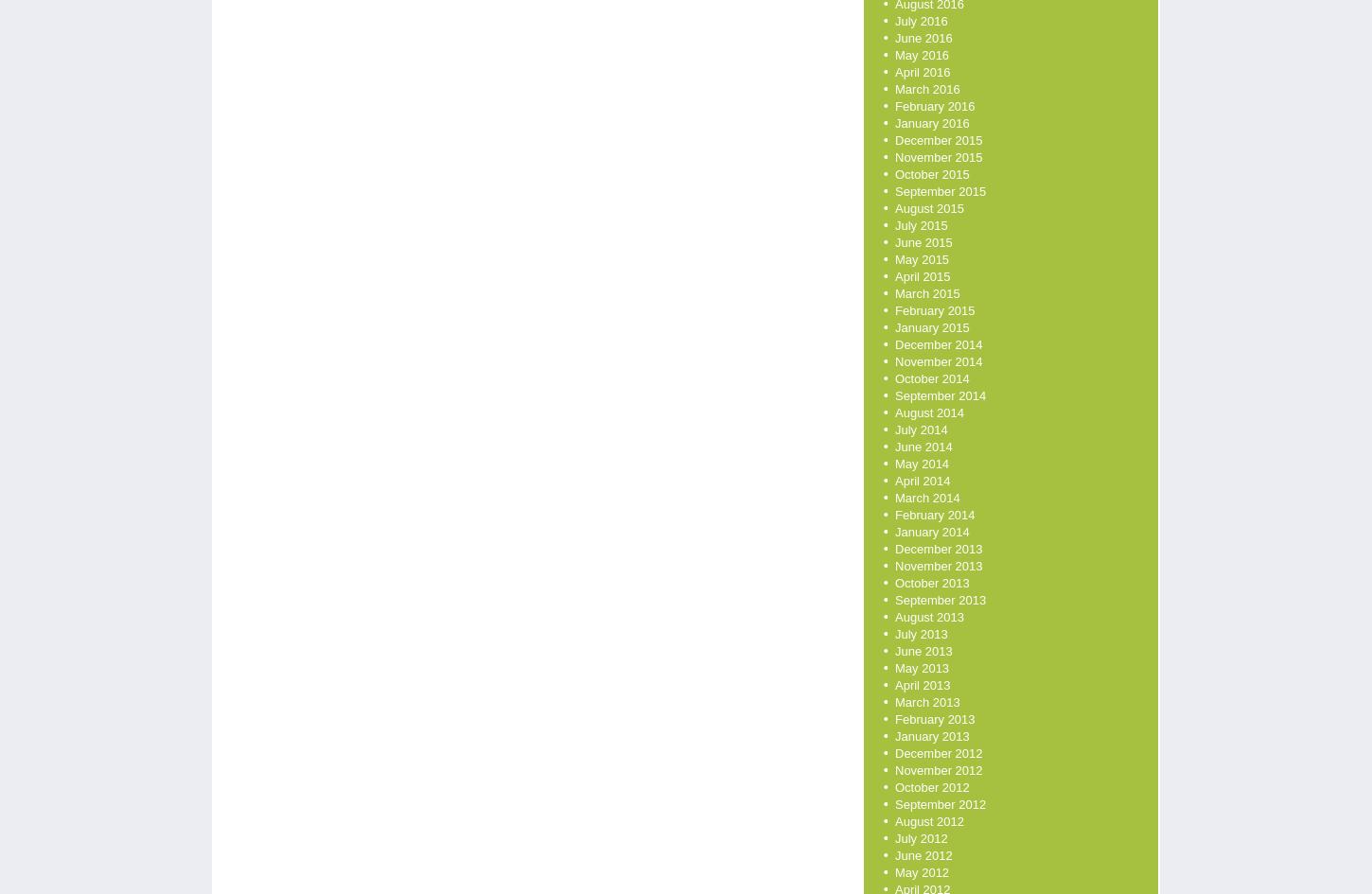  Describe the element at coordinates (921, 21) in the screenshot. I see `'July 2016'` at that location.